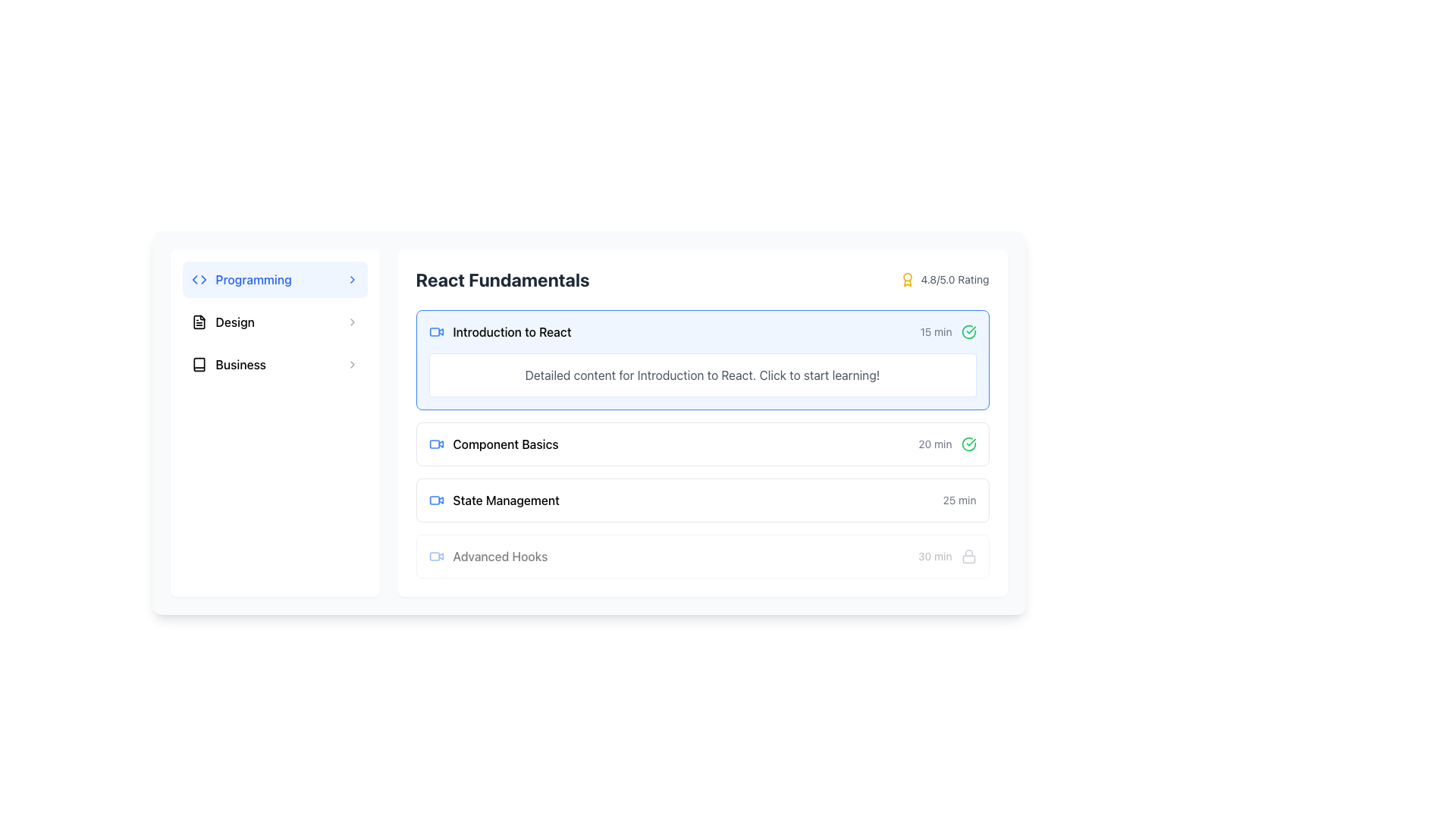 This screenshot has width=1456, height=819. I want to click on the second interactive card in the 'React Fundamentals' section, which represents a course module or topic, so click(701, 444).